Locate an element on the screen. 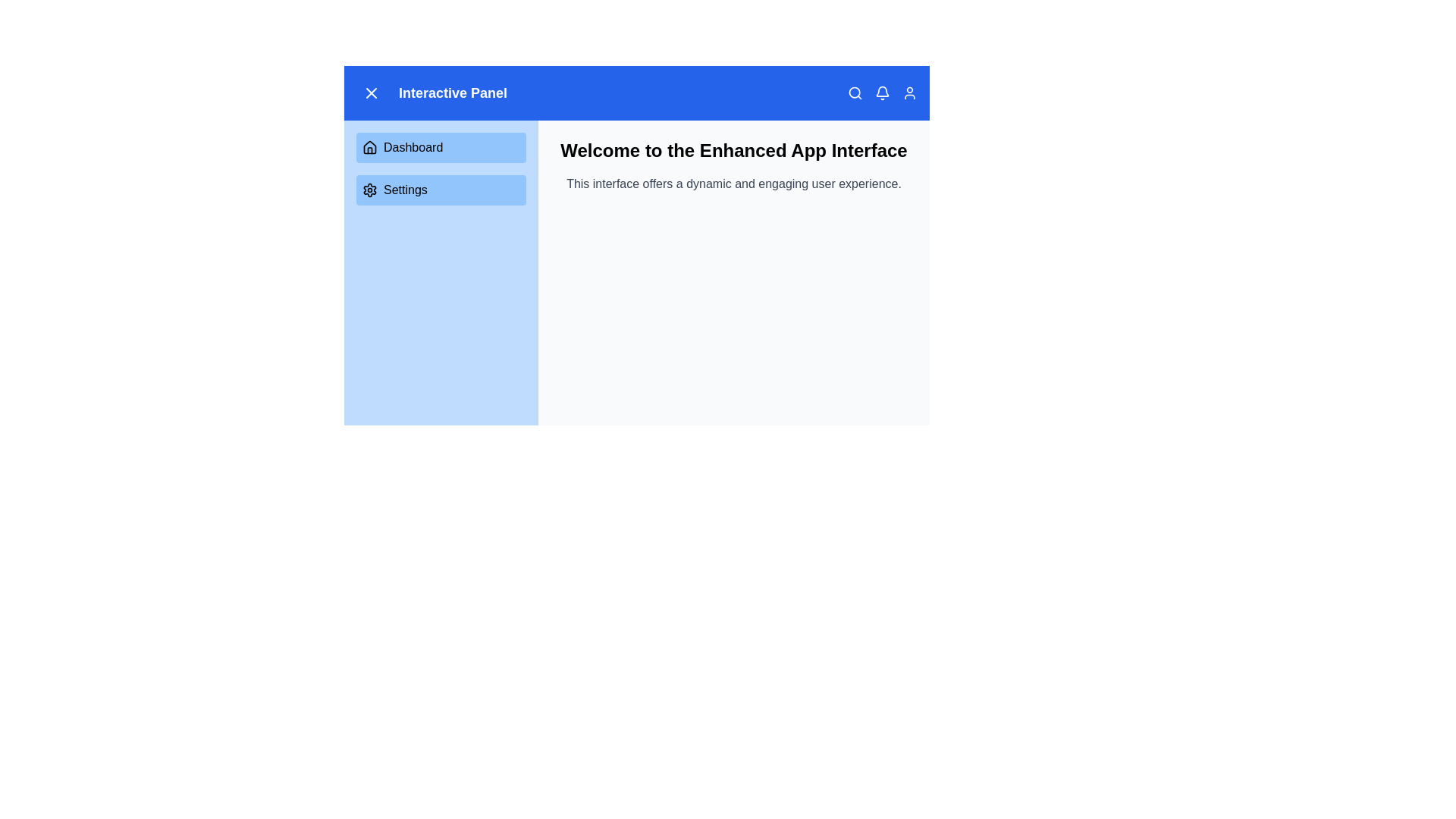 This screenshot has height=819, width=1456. welcoming message displayed in the Header text located at the top center of the primary content area, above the descriptive text block is located at coordinates (734, 151).